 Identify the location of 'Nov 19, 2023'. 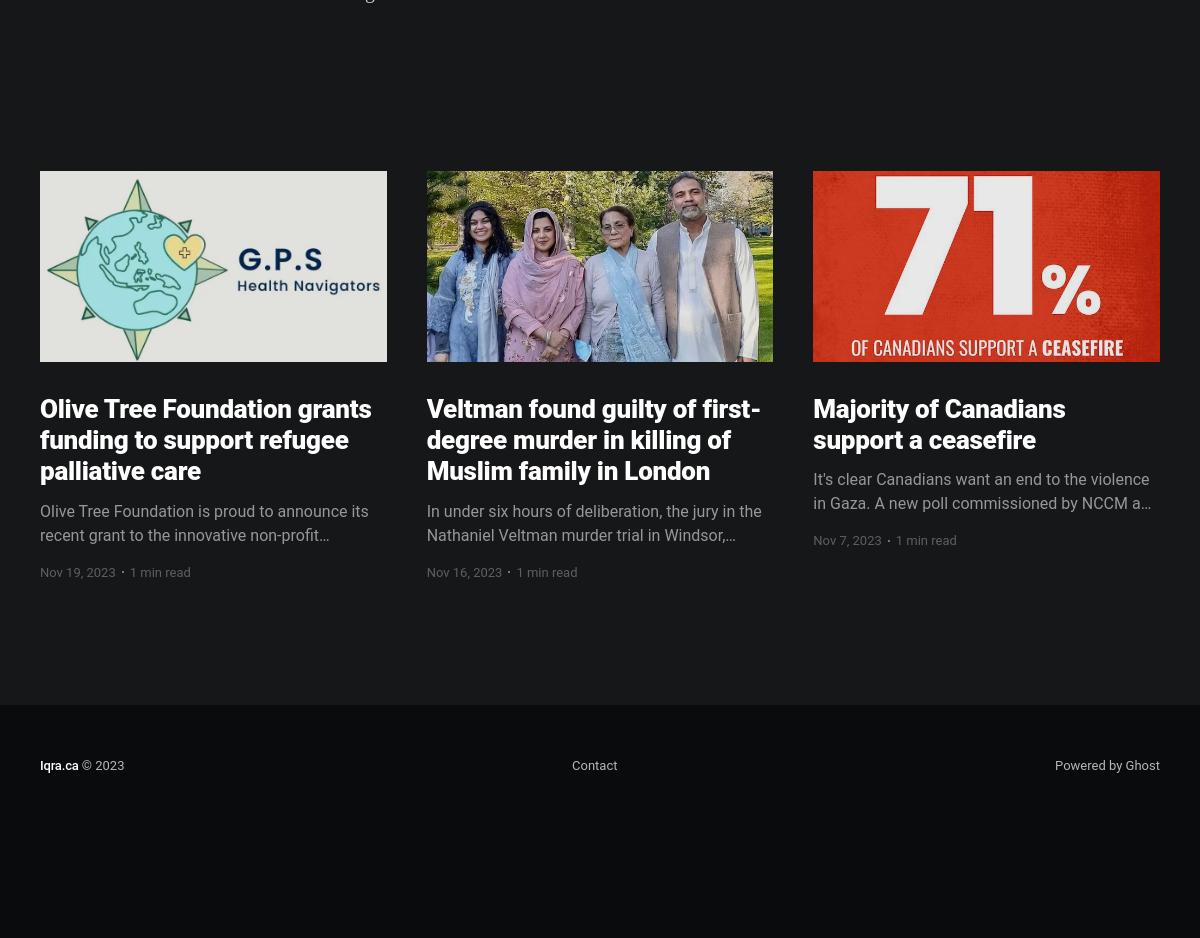
(77, 570).